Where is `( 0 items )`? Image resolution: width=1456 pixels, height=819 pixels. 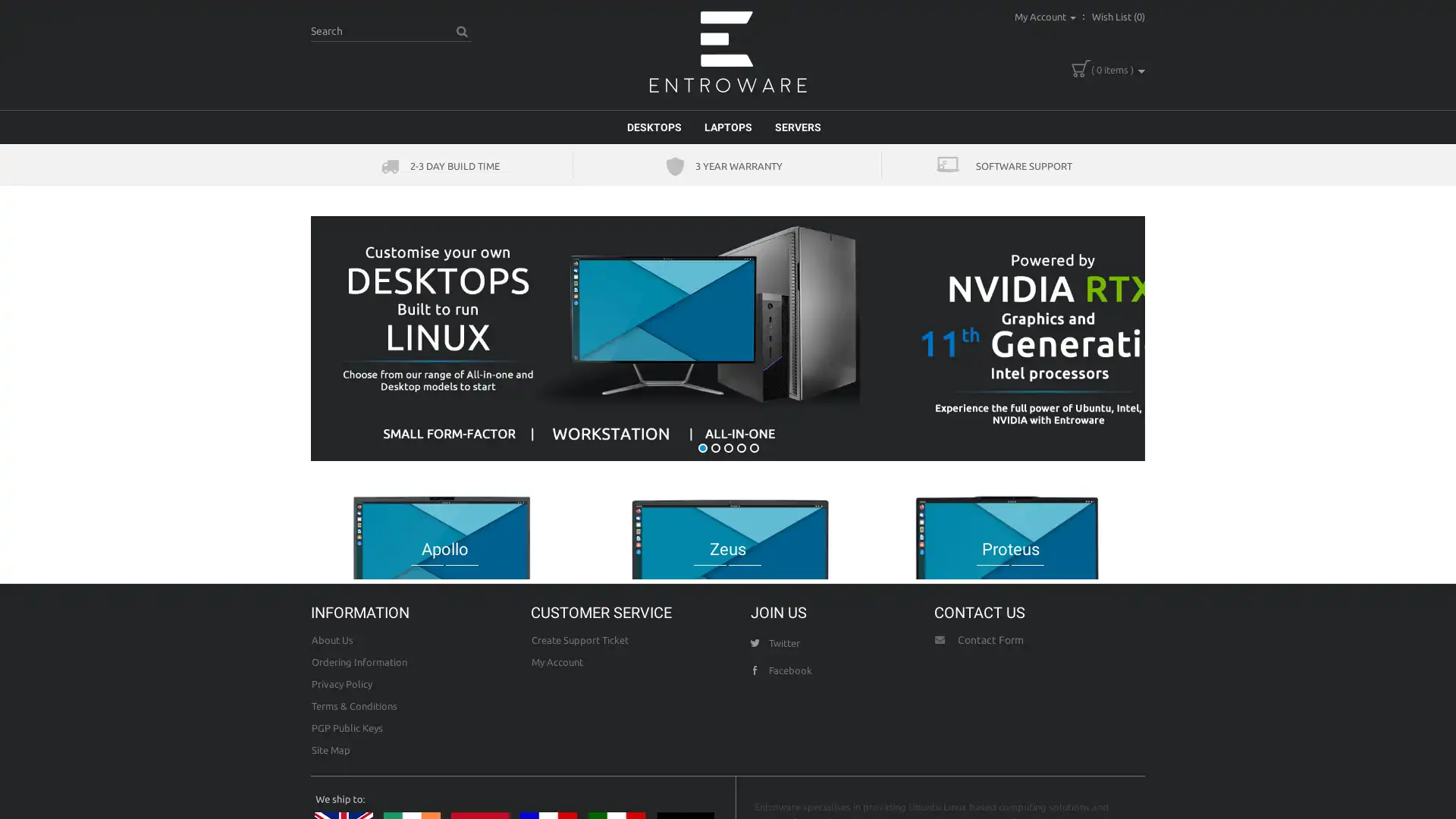
( 0 items ) is located at coordinates (1108, 69).